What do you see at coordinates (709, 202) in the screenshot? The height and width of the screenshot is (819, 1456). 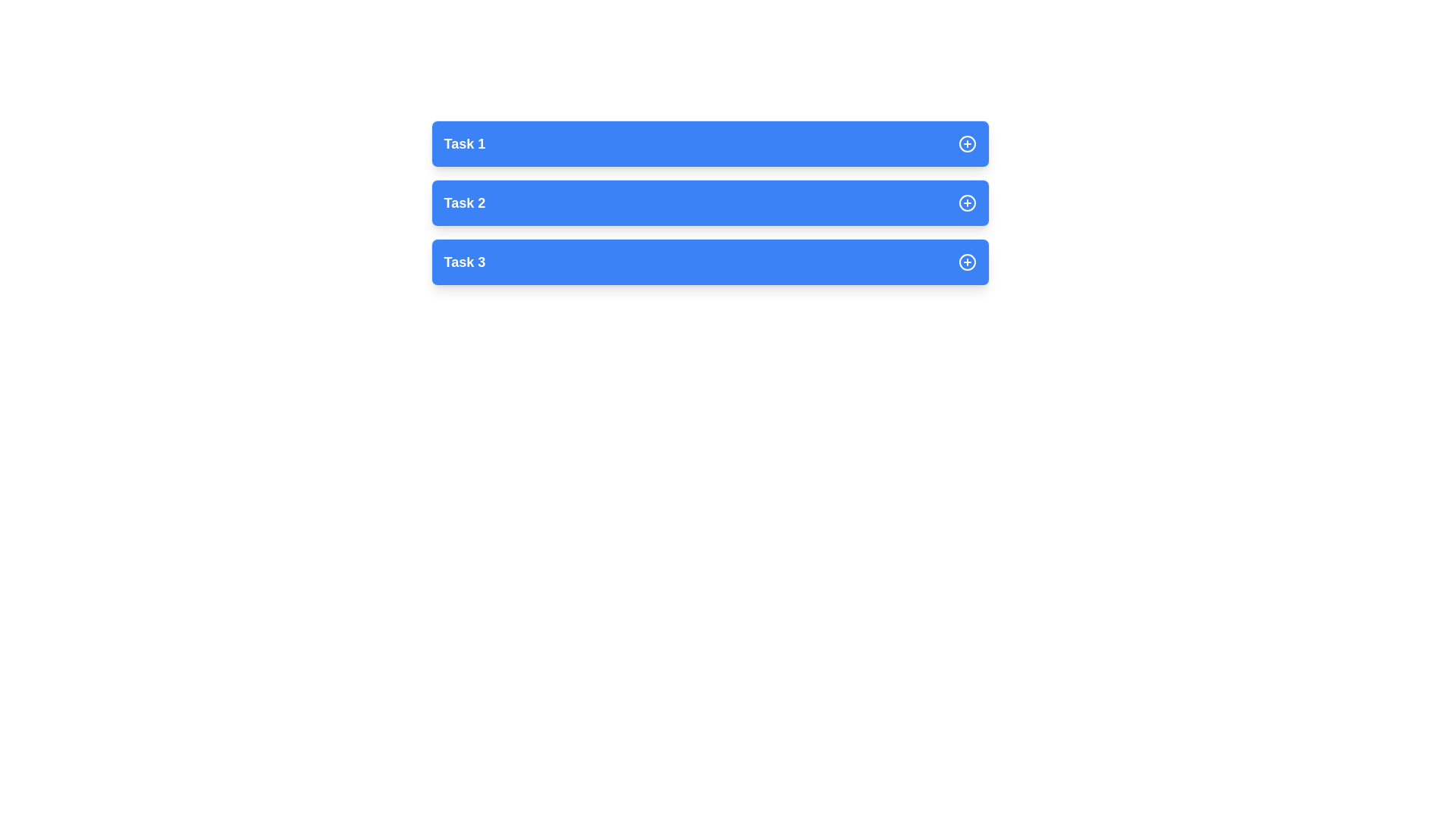 I see `the 'Task 2' button, which is the second button in a vertically stacked list` at bounding box center [709, 202].